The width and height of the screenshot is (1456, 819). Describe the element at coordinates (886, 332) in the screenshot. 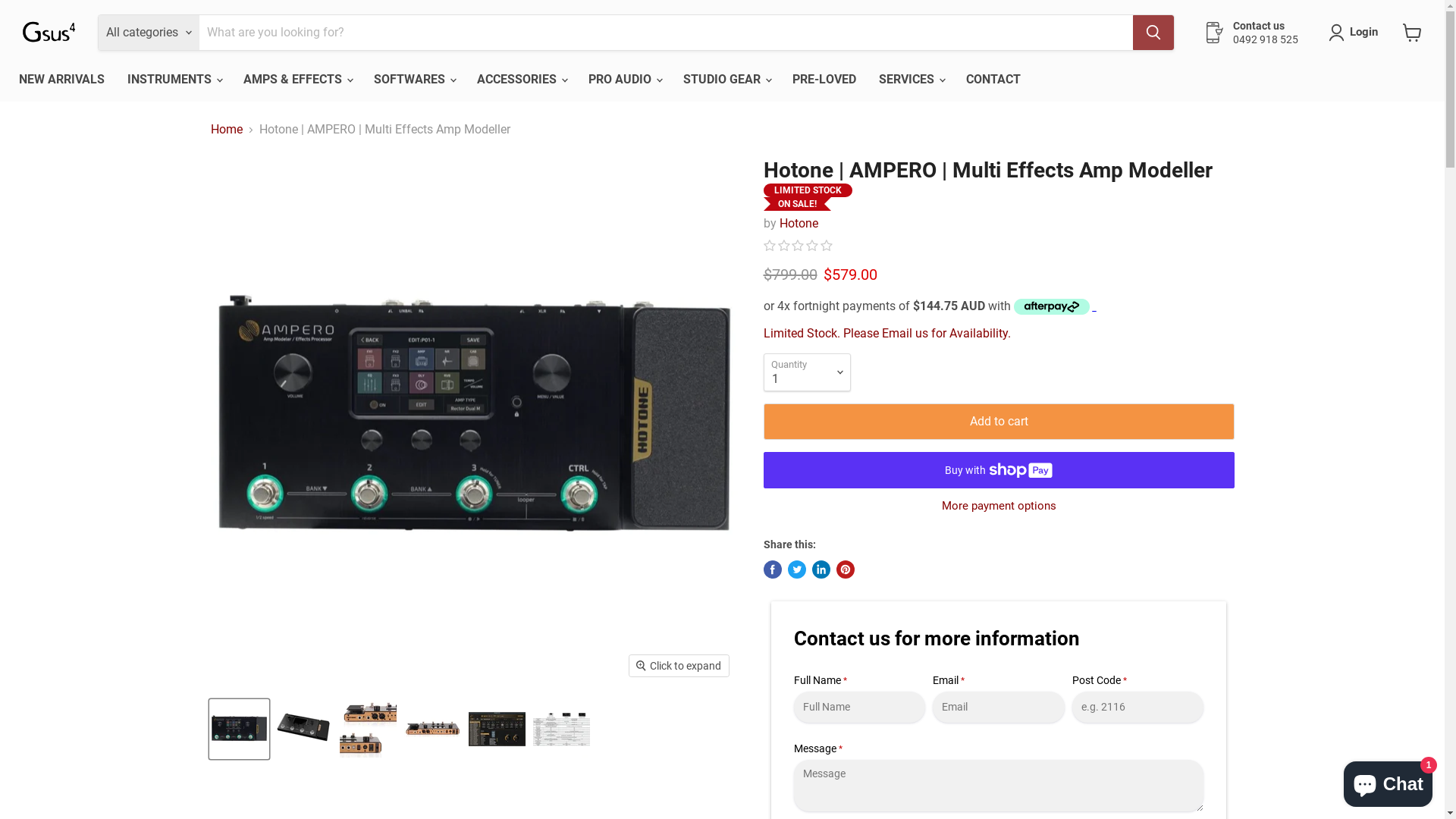

I see `'Limited Stock. Please Email us for Availability.'` at that location.